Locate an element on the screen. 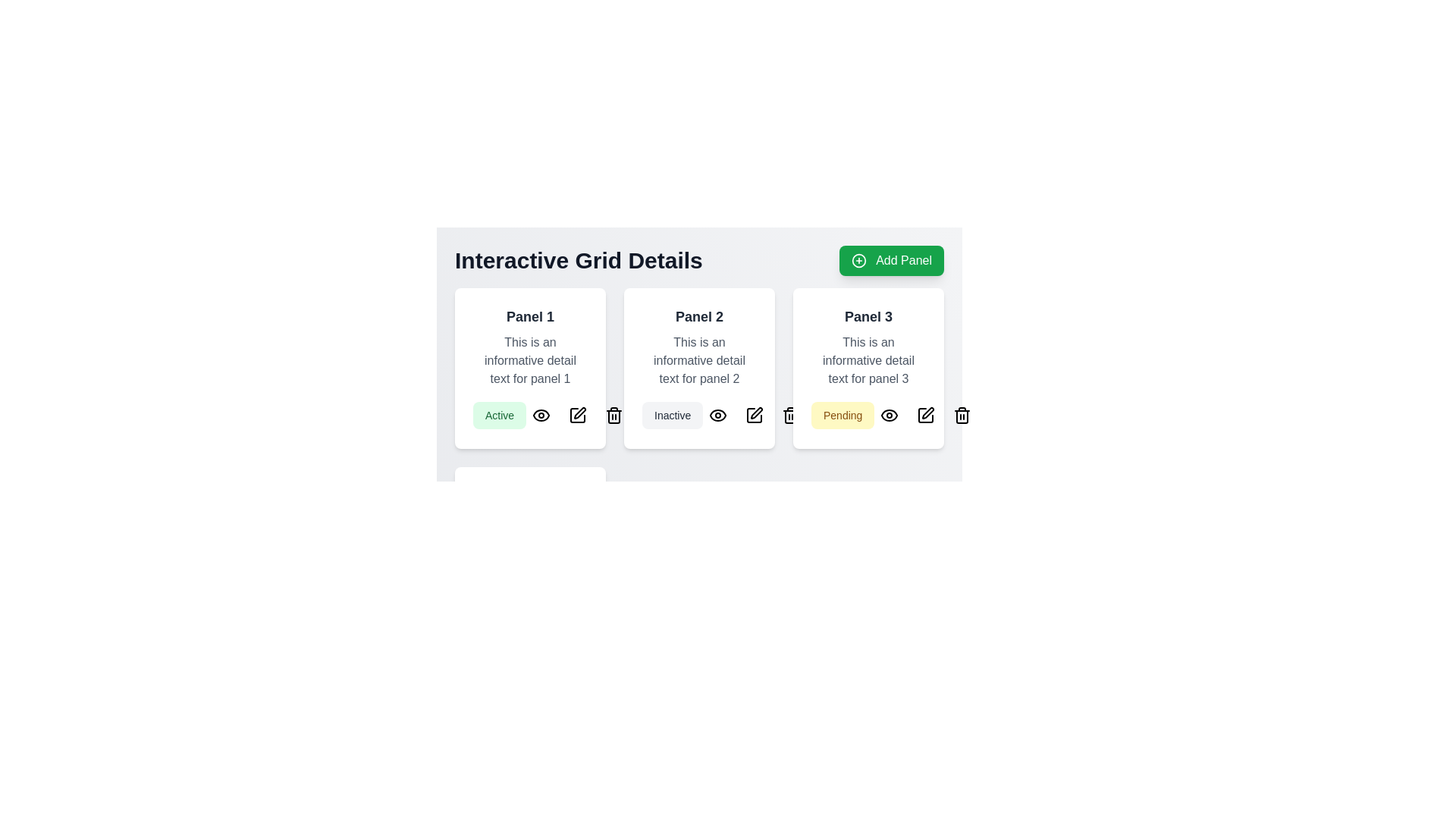 This screenshot has width=1456, height=819. the trash bin icon located in the bottom-right corner of 'Panel 3' is located at coordinates (962, 415).